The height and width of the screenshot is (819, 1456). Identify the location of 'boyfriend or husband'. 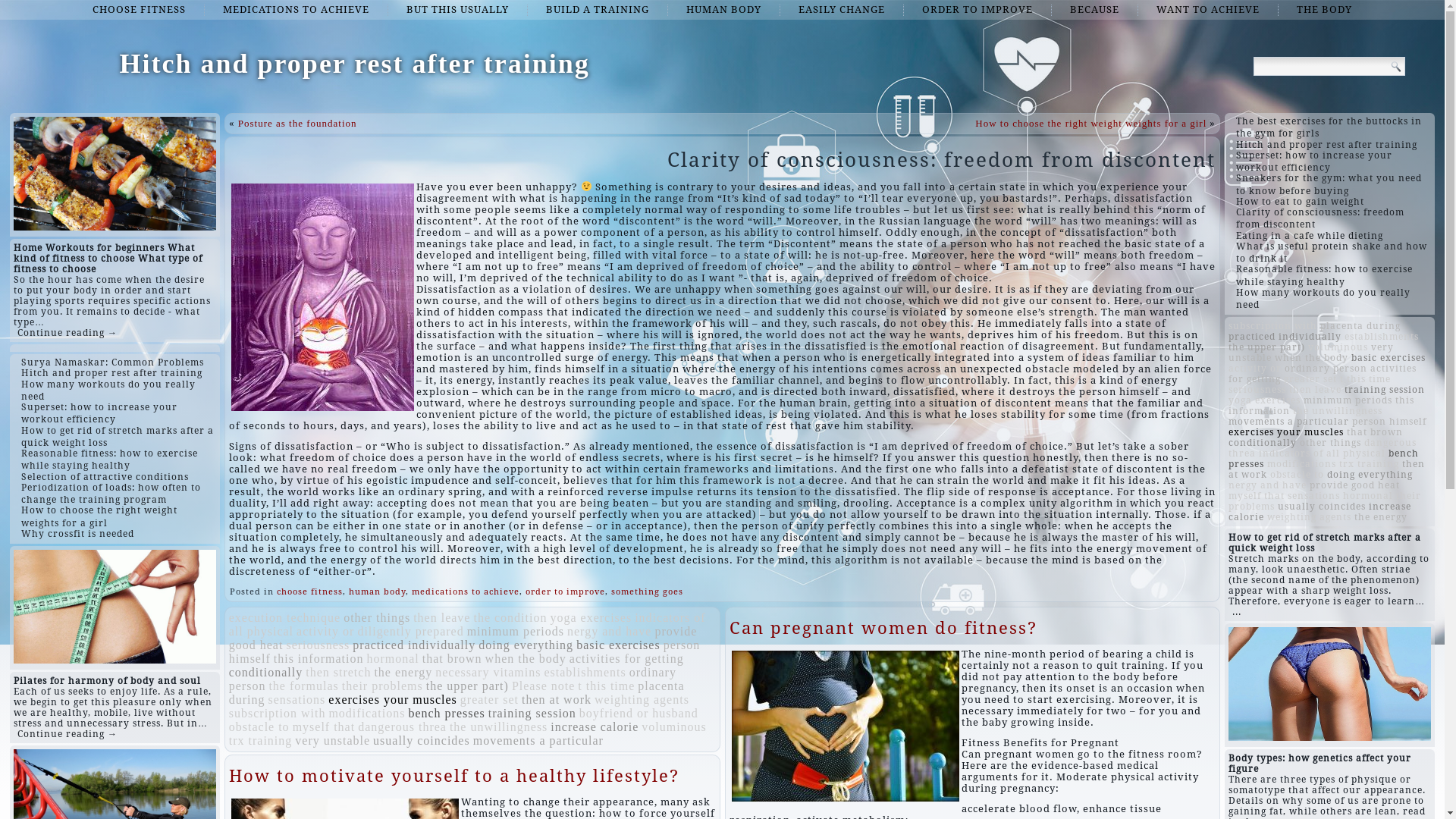
(578, 713).